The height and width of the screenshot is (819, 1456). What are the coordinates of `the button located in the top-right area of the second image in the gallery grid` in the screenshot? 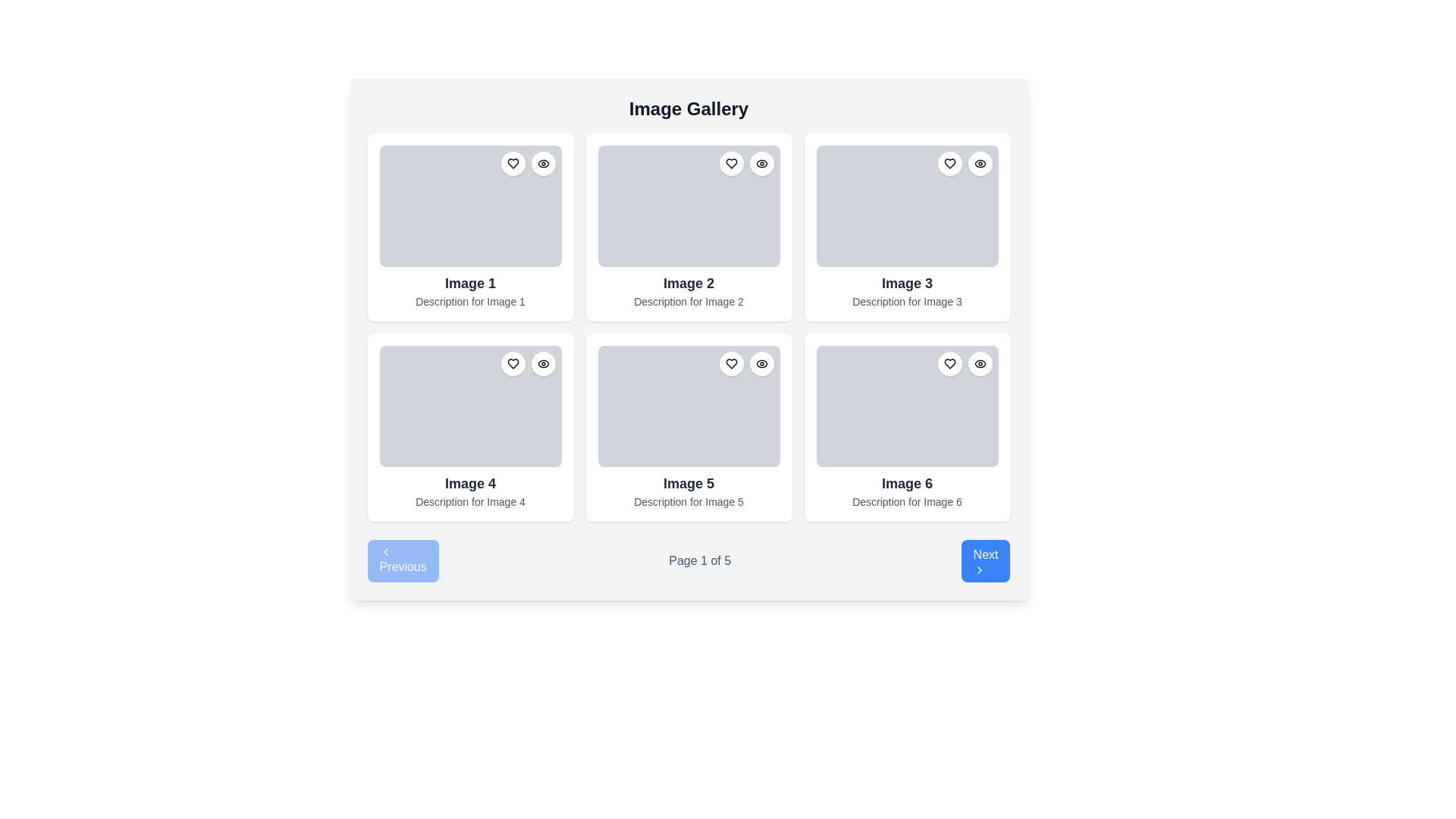 It's located at (761, 164).